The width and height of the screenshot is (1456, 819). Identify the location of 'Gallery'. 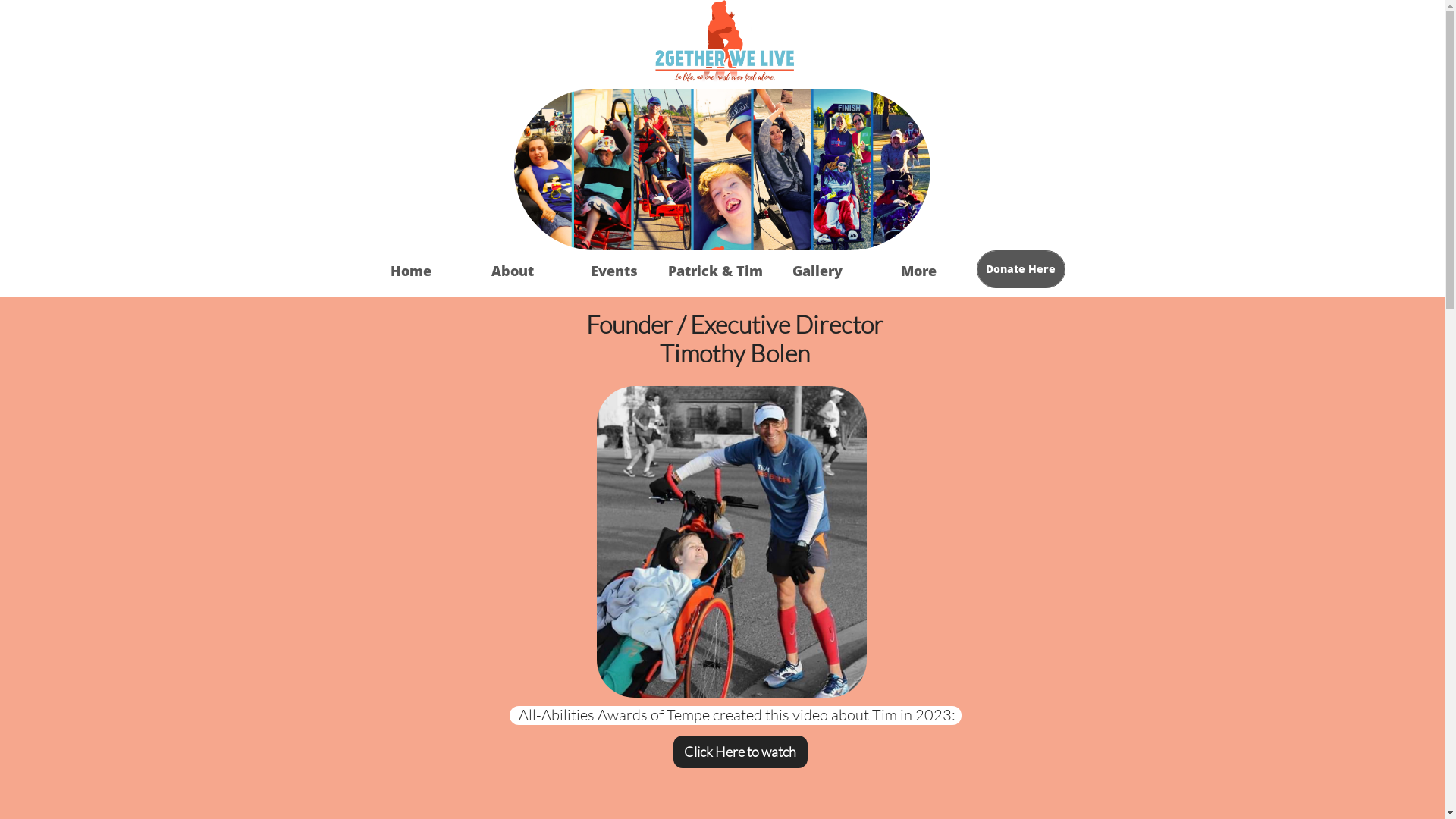
(765, 270).